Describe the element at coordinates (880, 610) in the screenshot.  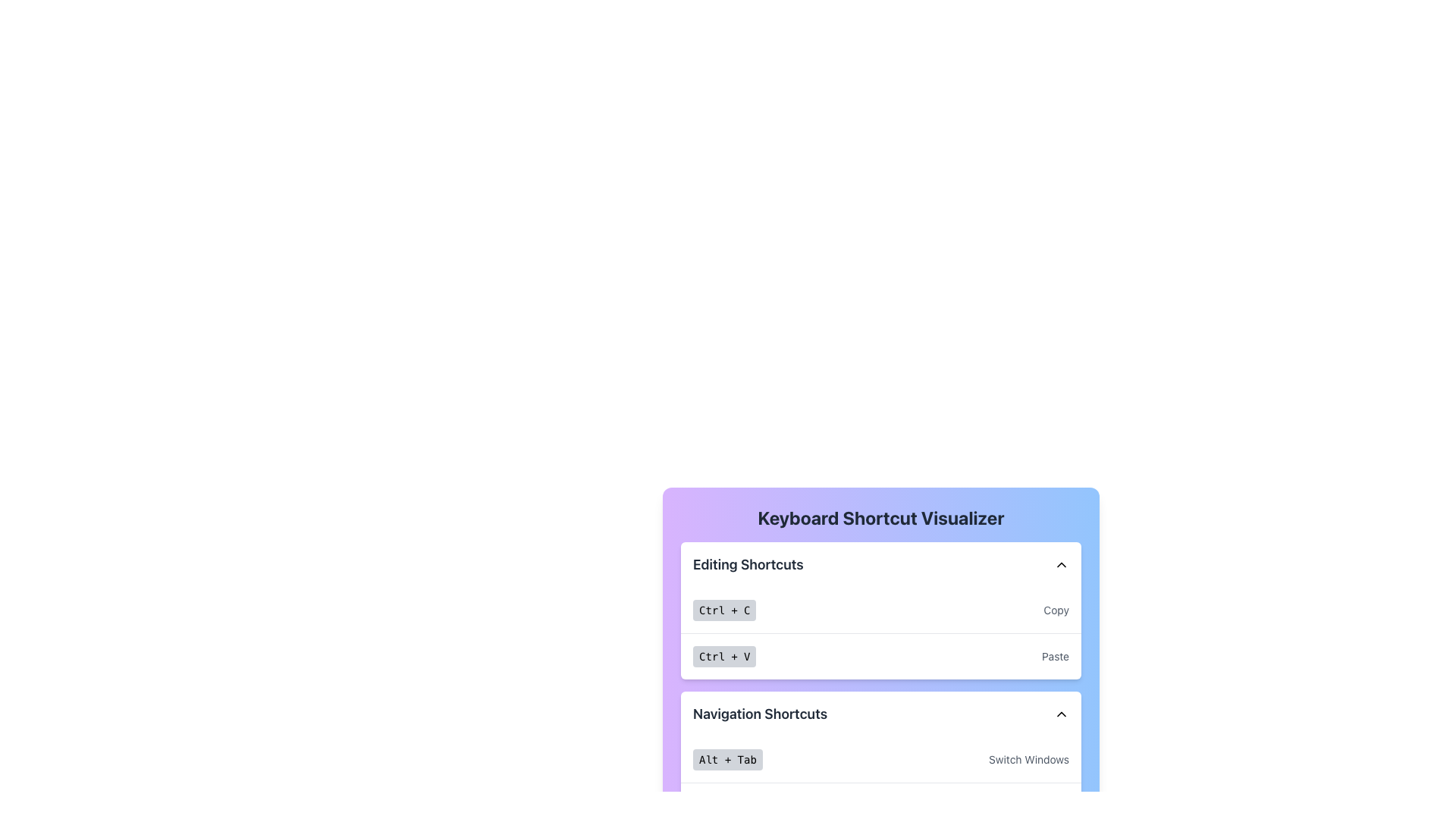
I see `'Editing Shortcuts' card, which is a white rectangular card with rounded corners and a chevron arrow icon, located within the 'Keyboard Shortcut Visualizer' section` at that location.